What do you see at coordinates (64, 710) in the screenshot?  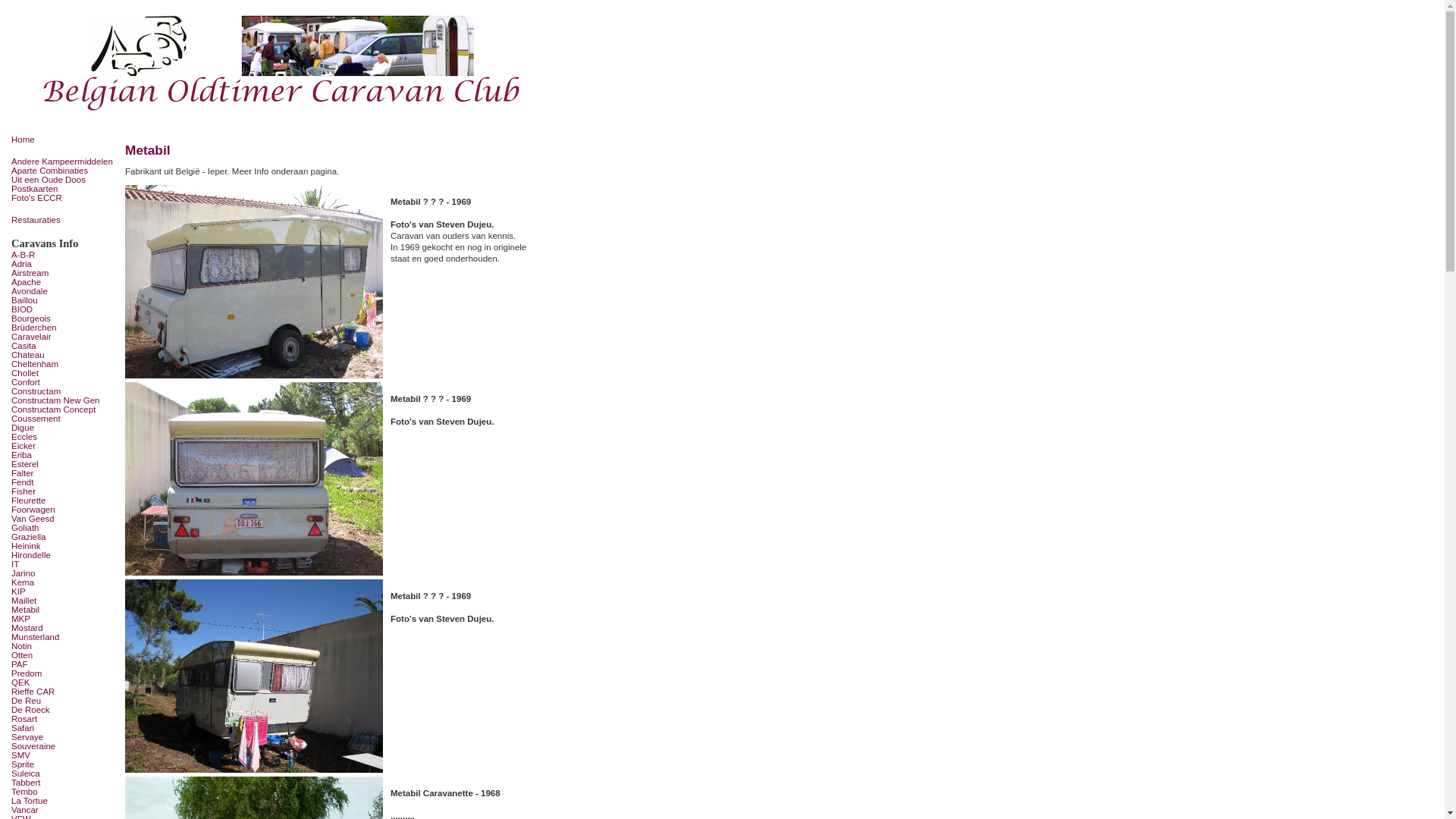 I see `'De Roeck'` at bounding box center [64, 710].